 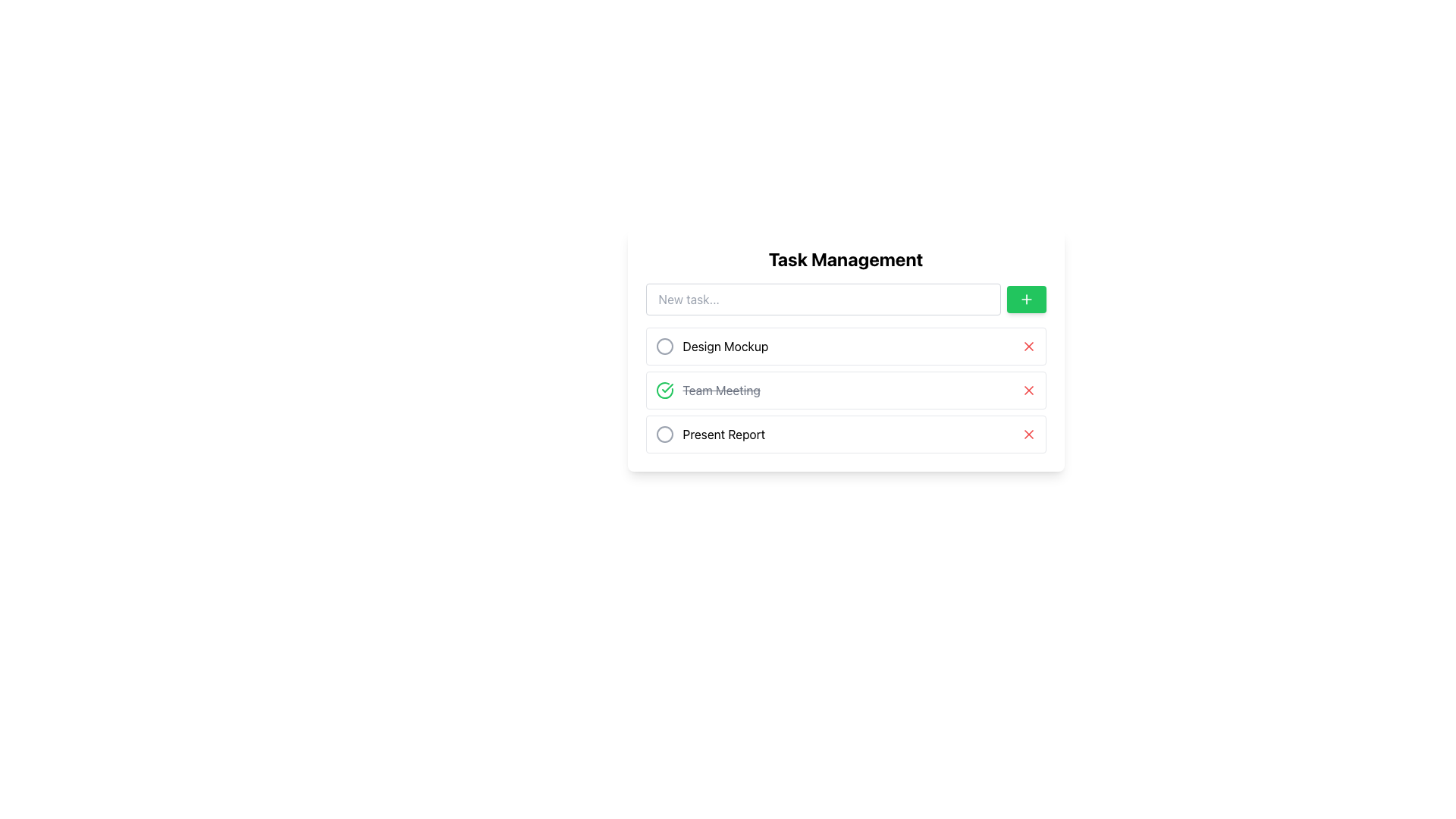 What do you see at coordinates (1026, 299) in the screenshot?
I see `the rectangular green button with rounded corners and a white plus icon located to the right of the text input field to observe style changes` at bounding box center [1026, 299].